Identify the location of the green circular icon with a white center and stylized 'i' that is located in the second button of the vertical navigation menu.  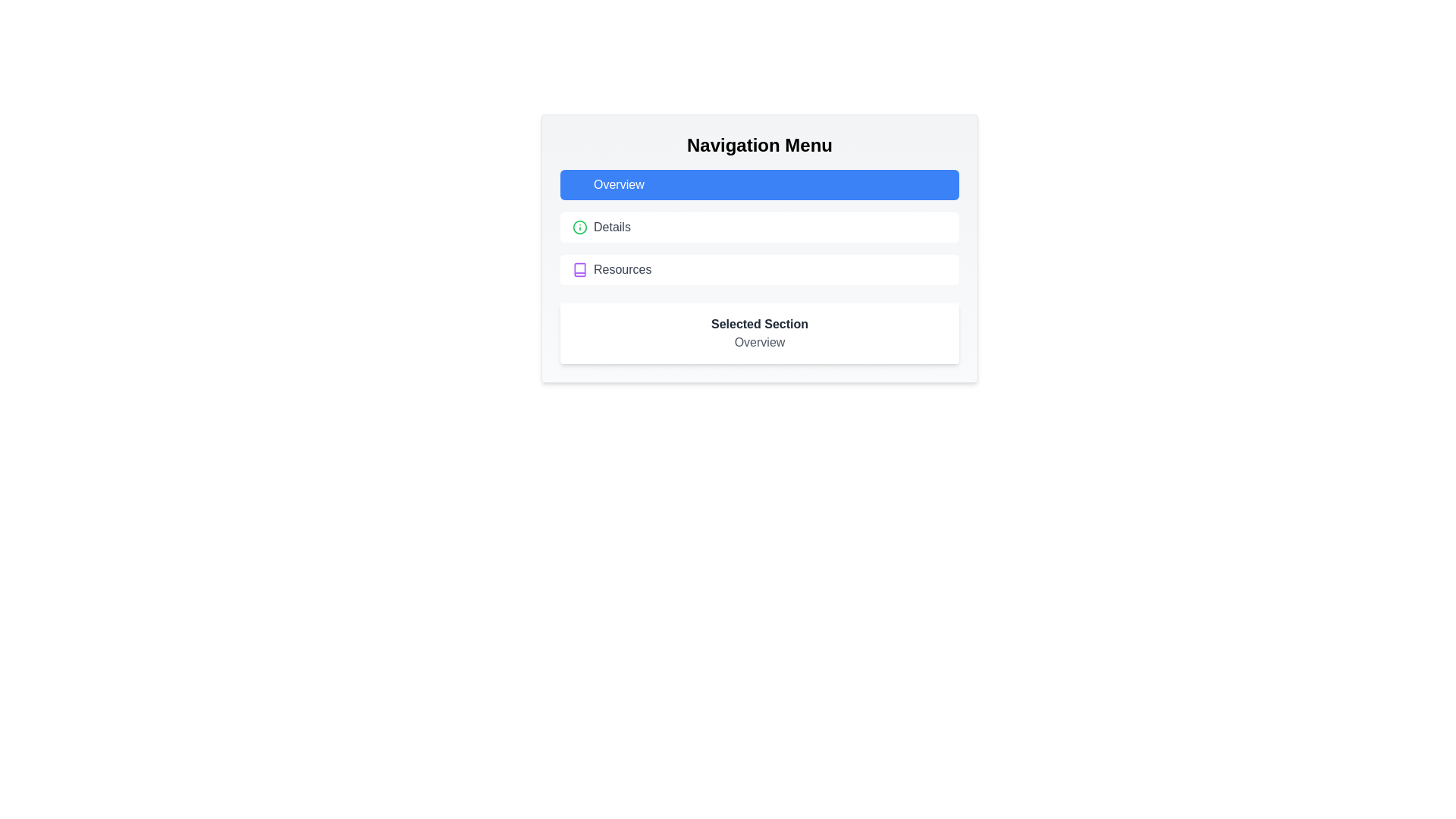
(579, 227).